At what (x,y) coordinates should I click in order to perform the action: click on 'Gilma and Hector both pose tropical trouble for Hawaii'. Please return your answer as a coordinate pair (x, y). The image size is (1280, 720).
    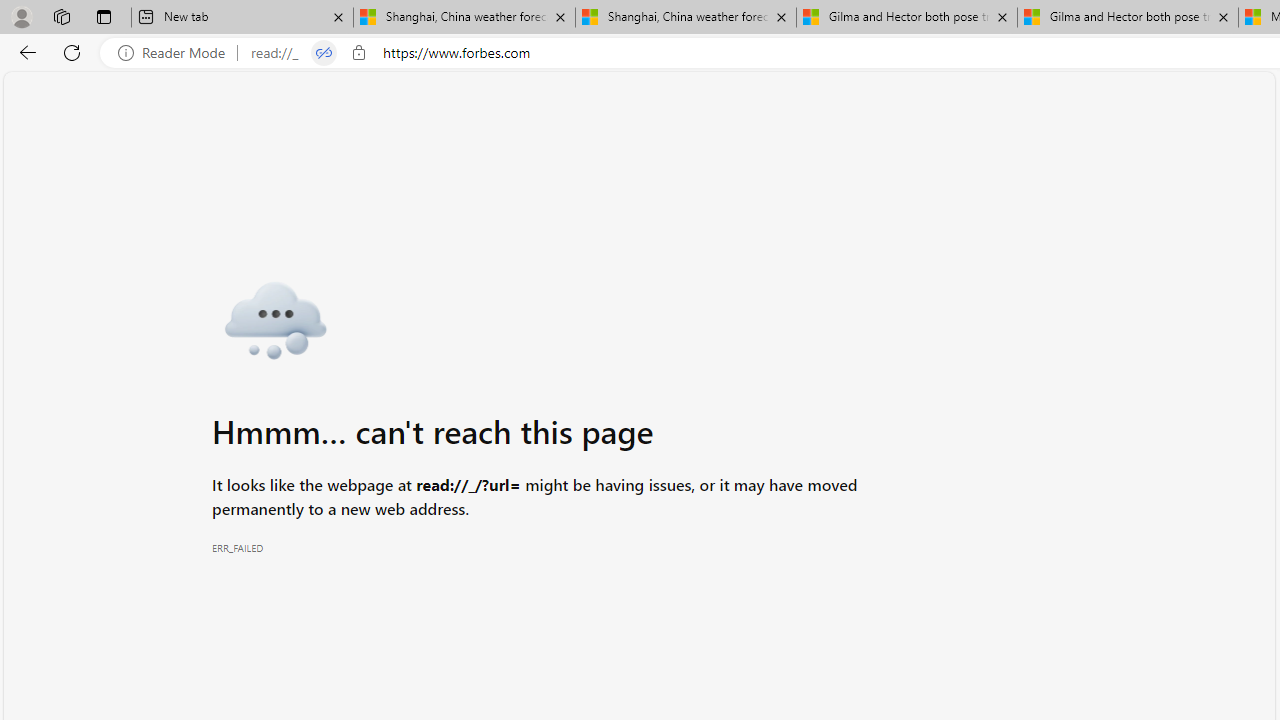
    Looking at the image, I should click on (1127, 17).